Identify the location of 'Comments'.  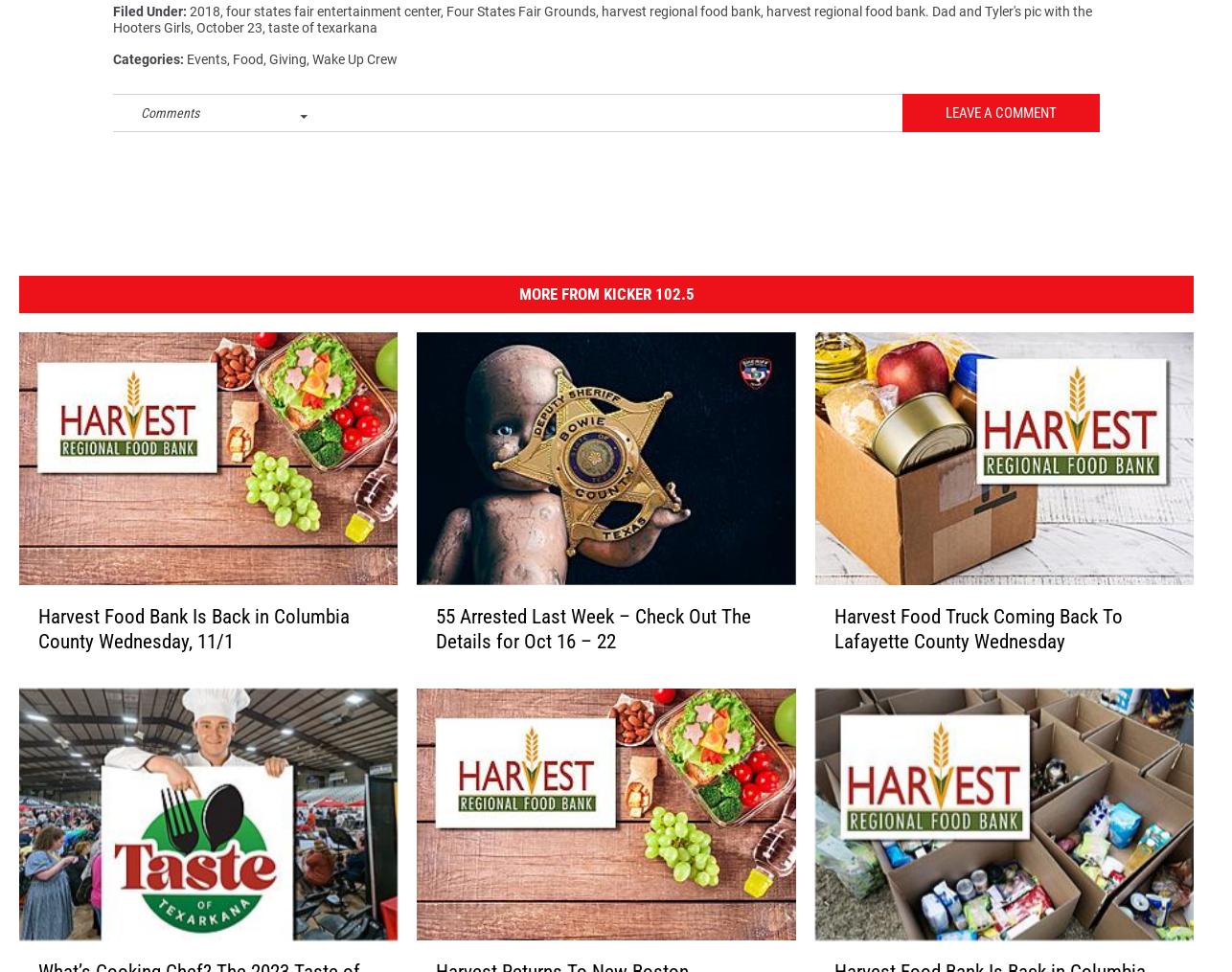
(170, 121).